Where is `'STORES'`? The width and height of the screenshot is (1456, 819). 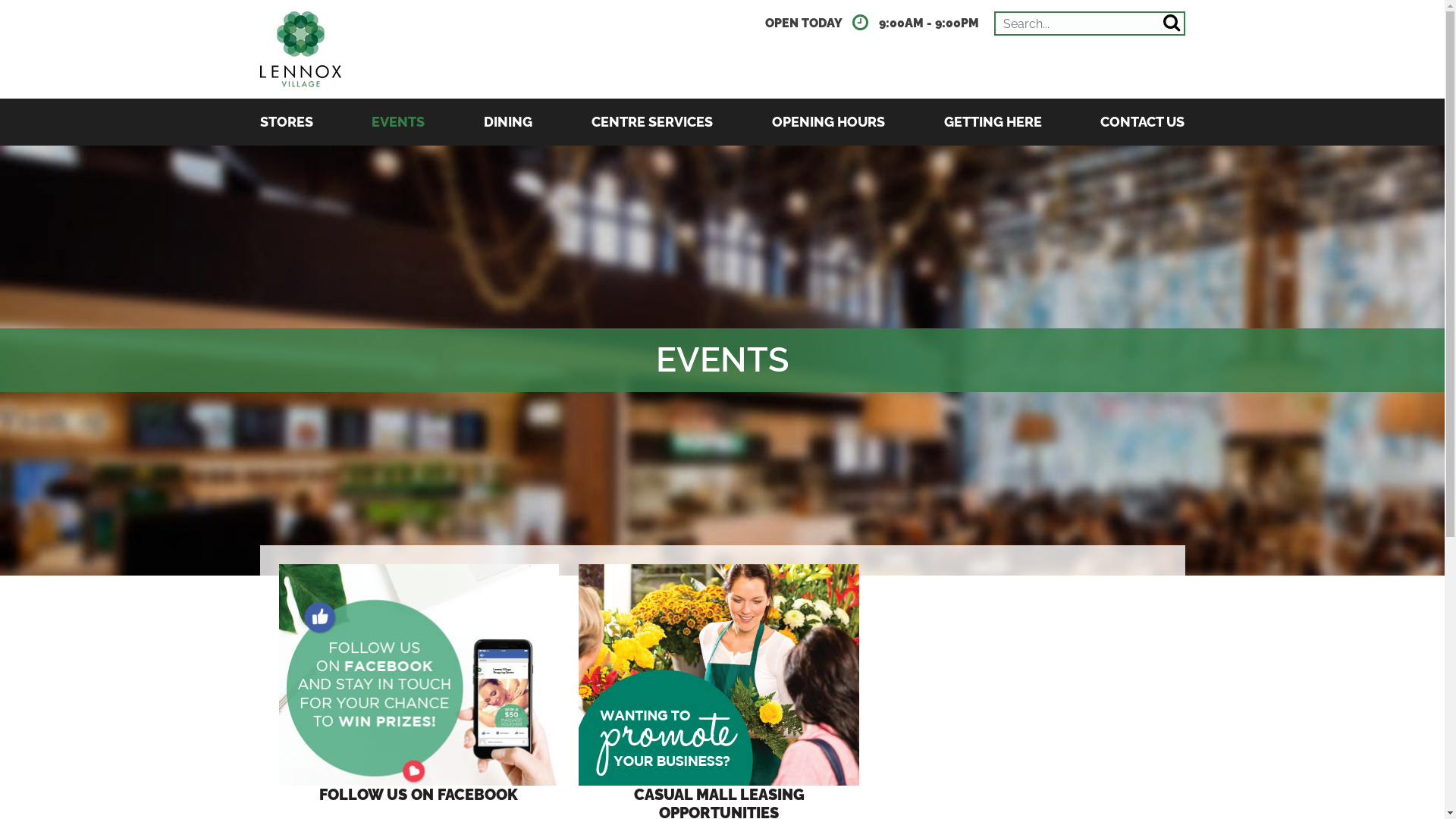 'STORES' is located at coordinates (286, 121).